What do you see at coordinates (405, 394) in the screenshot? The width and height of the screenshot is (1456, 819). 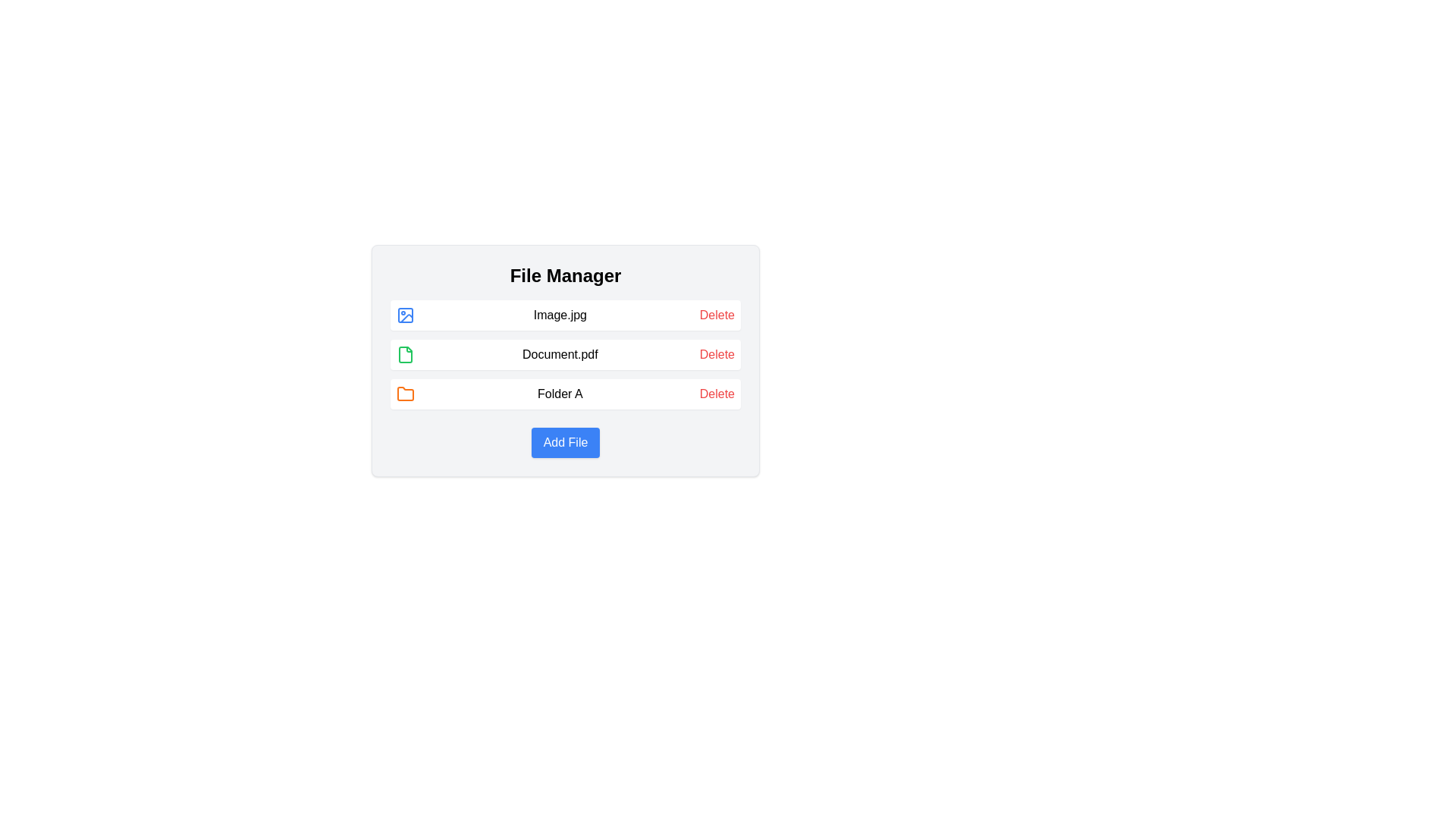 I see `the orange folder icon located in front of the 'Folder A' label in the 'File Manager' interface` at bounding box center [405, 394].